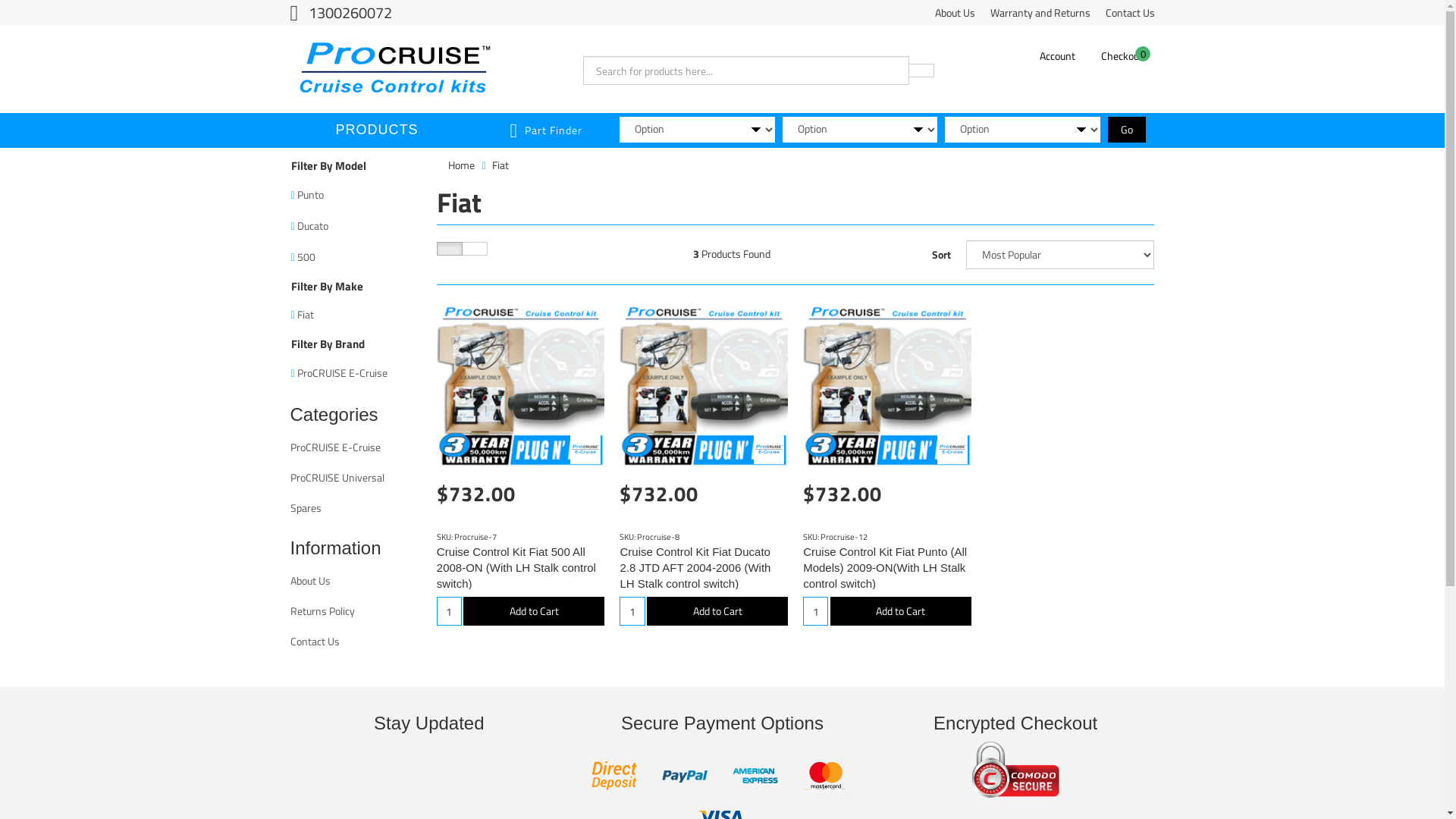 The image size is (1456, 819). I want to click on 'Add to Cart', so click(901, 610).